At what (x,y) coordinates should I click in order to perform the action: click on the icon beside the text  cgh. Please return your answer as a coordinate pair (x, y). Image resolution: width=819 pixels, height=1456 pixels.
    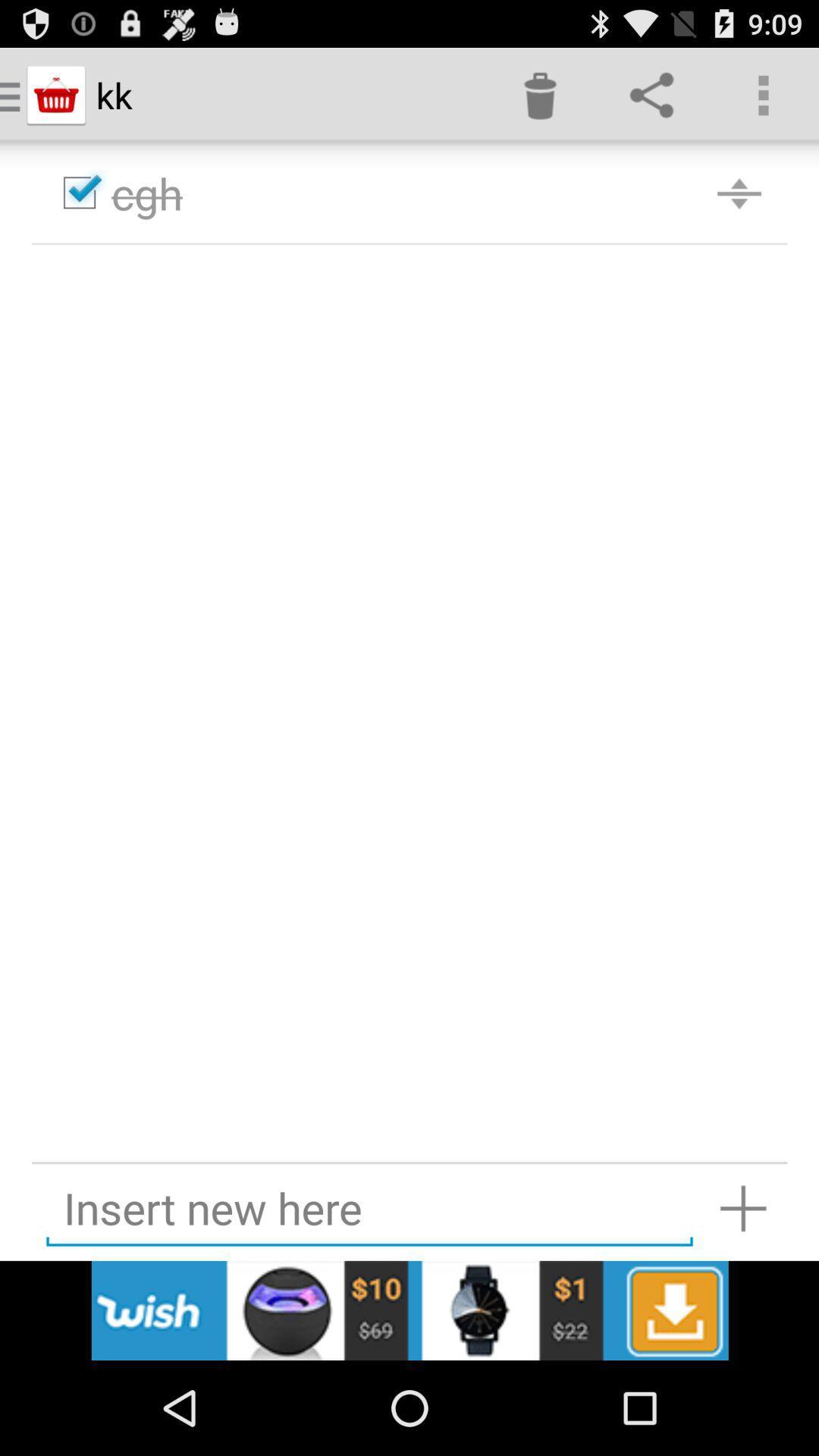
    Looking at the image, I should click on (739, 192).